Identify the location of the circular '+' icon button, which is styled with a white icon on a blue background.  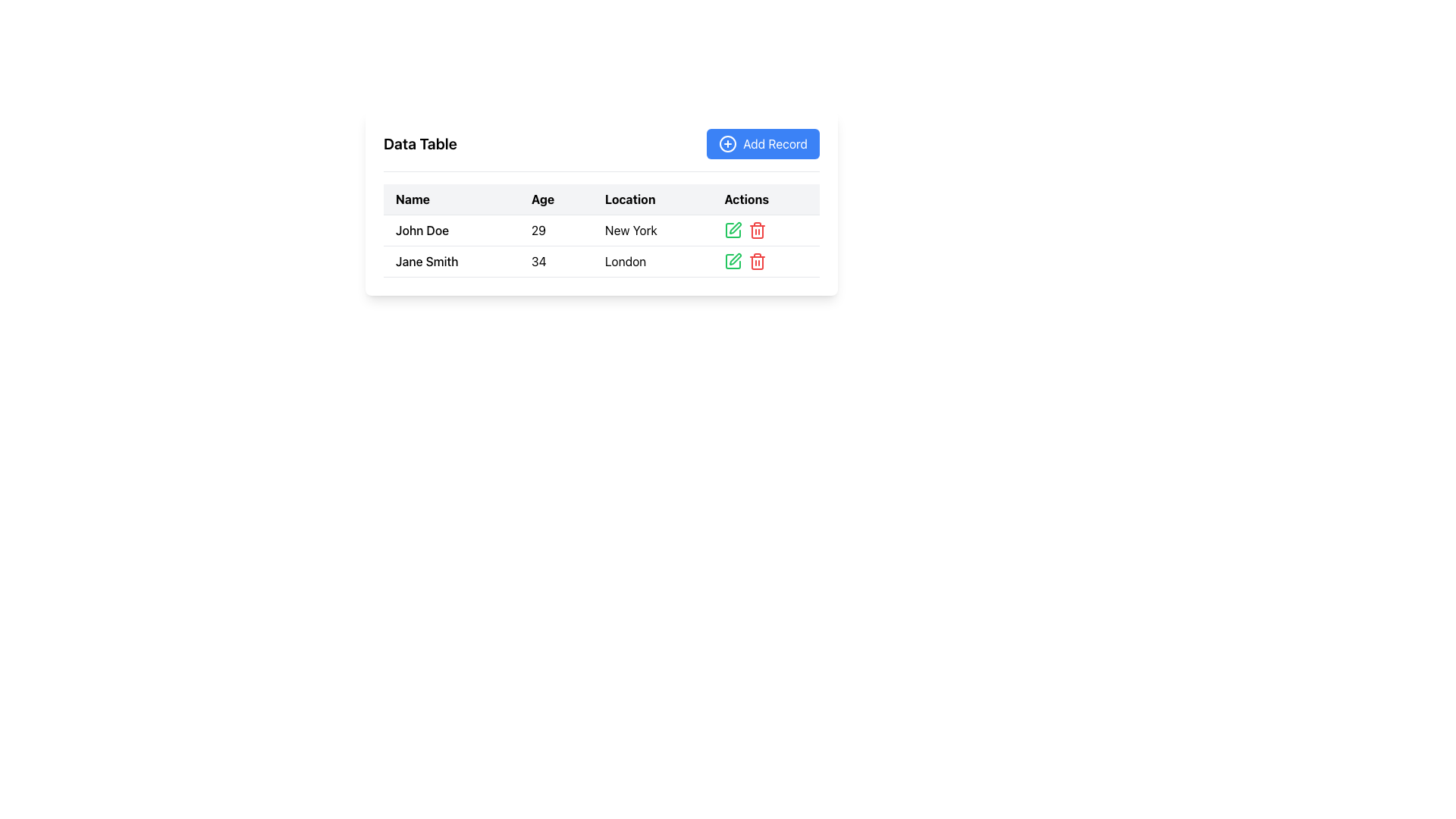
(728, 143).